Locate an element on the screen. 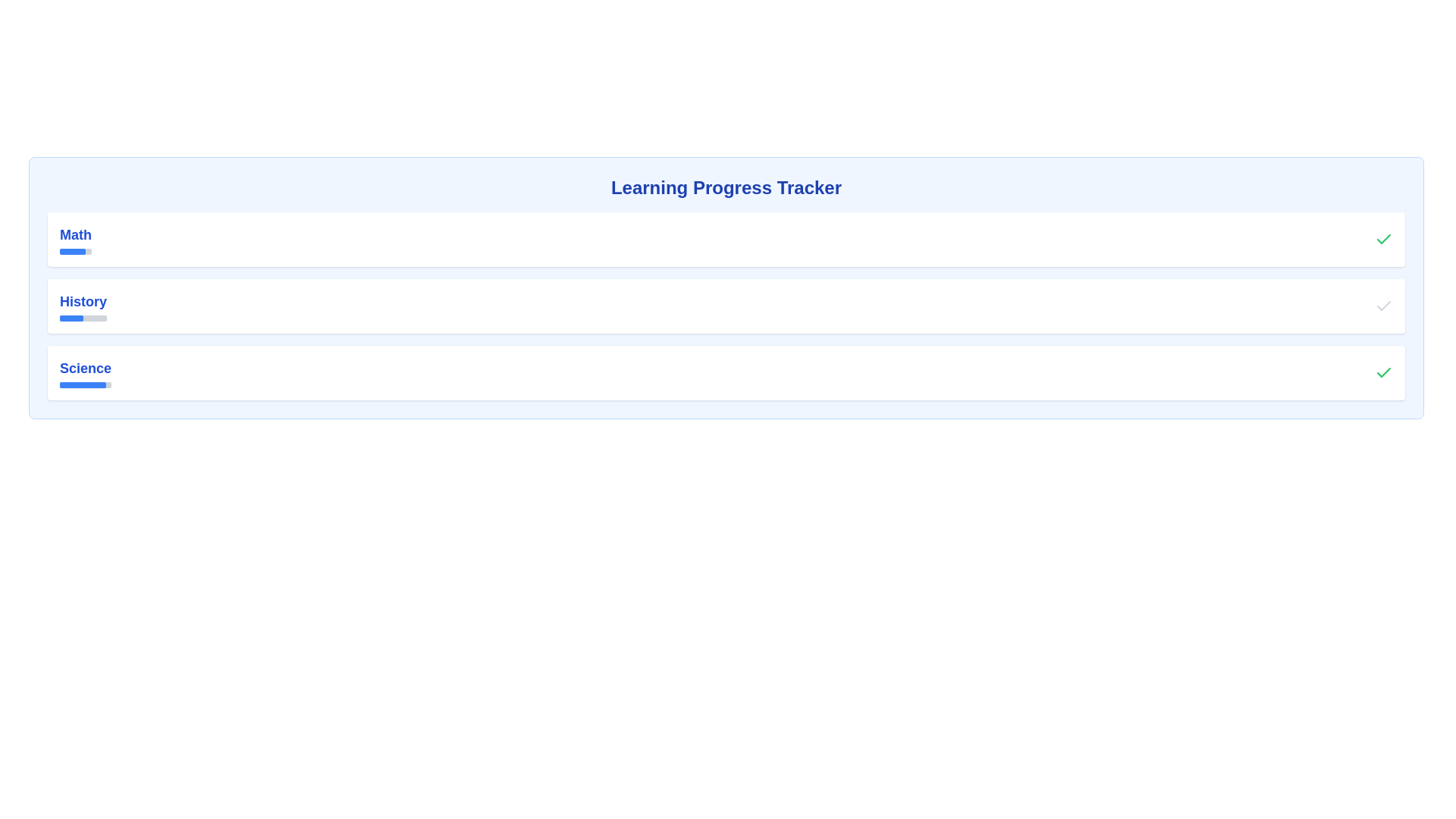 This screenshot has height=819, width=1456. the bold, blue-colored text 'Math' located at the top of the learning progress tracker list is located at coordinates (75, 239).